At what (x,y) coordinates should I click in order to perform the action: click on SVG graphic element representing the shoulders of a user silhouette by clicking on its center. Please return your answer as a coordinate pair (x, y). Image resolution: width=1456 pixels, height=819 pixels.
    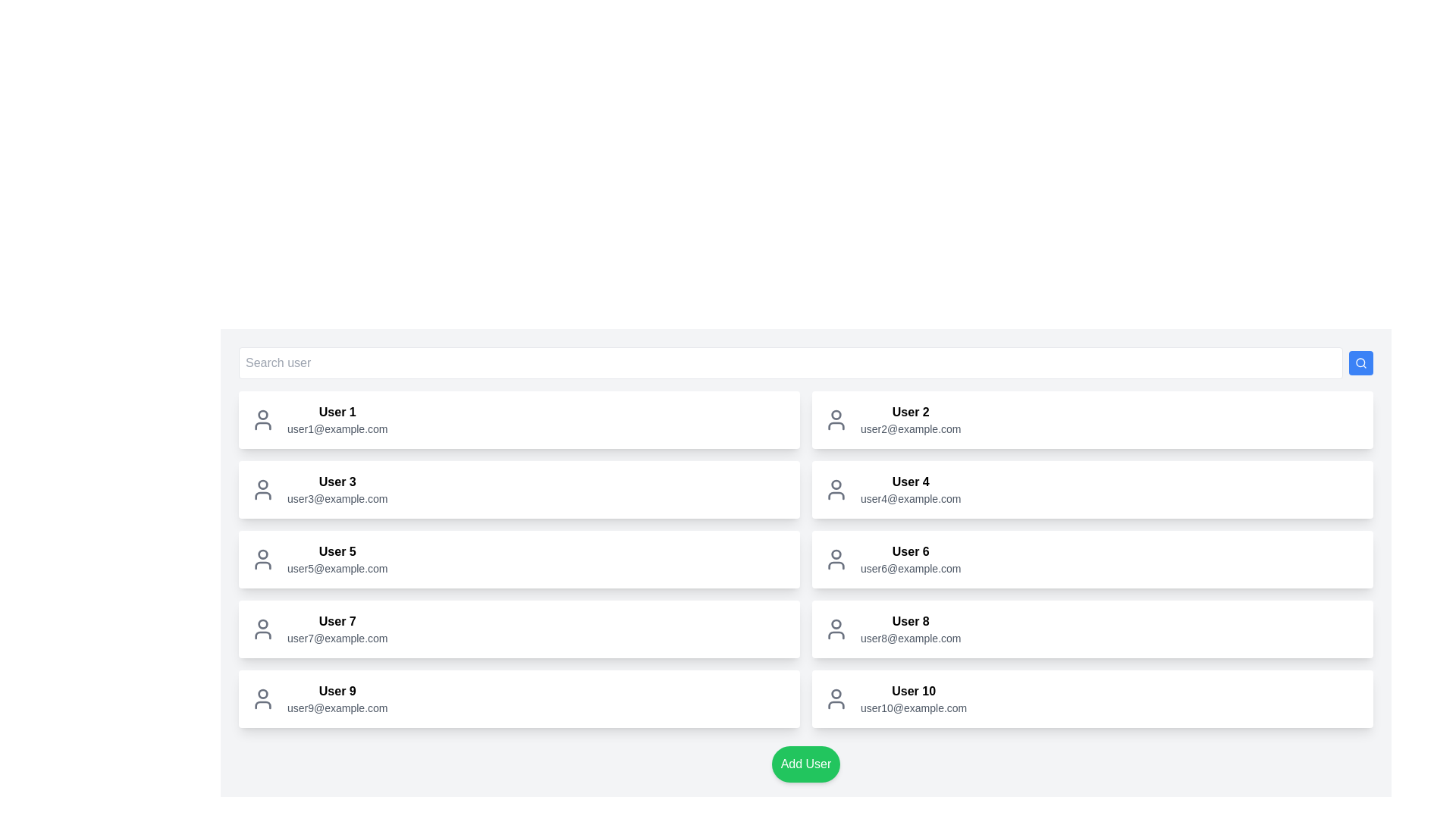
    Looking at the image, I should click on (836, 635).